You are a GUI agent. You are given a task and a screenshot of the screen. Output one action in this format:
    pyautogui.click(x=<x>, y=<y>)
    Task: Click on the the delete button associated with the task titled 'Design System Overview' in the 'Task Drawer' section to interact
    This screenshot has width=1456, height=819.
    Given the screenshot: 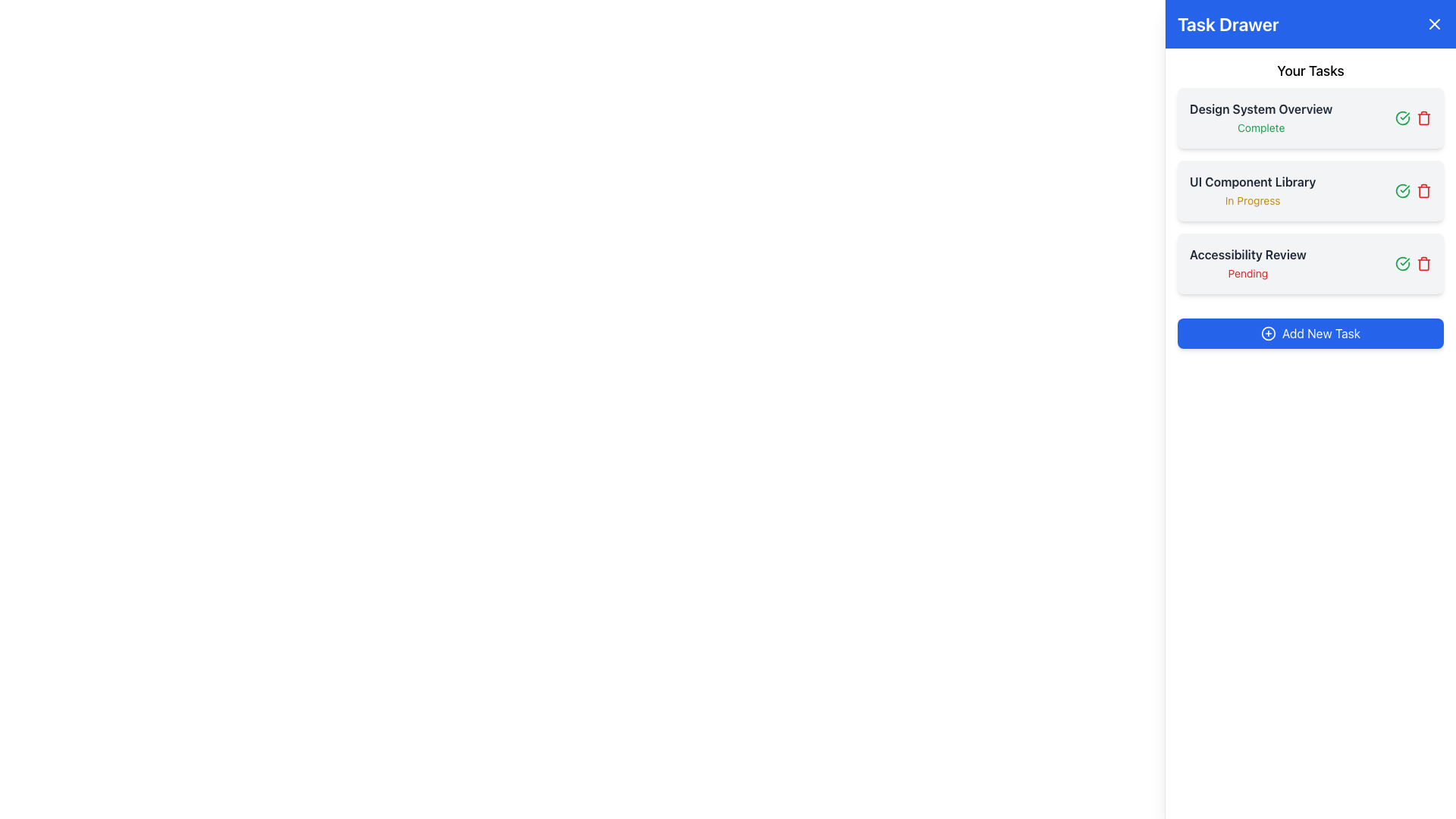 What is the action you would take?
    pyautogui.click(x=1423, y=117)
    